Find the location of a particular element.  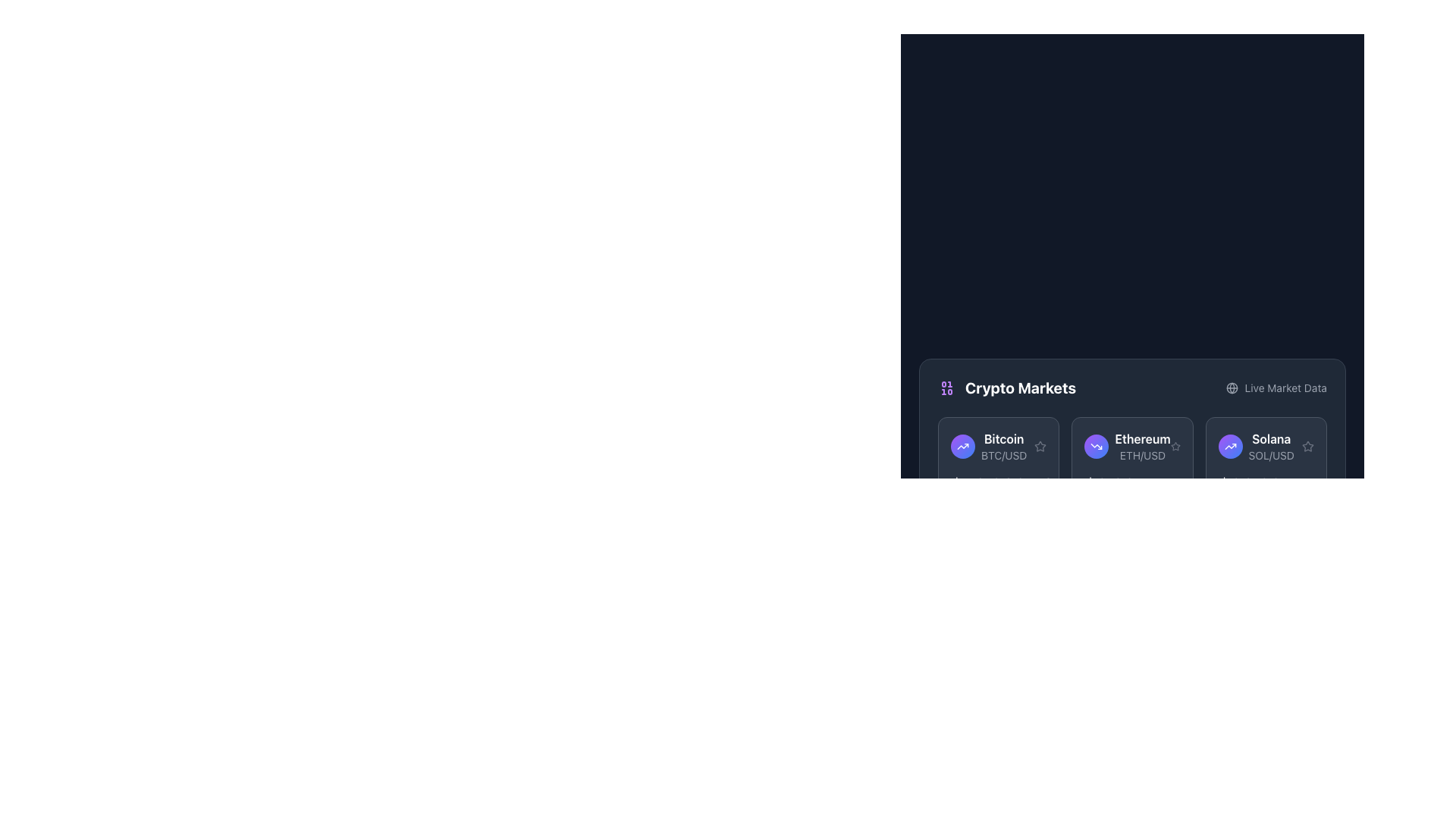

the header label in the 'Crypto Markets' section, which indicates the content or functionality of the related section, positioned next to an icon and other content is located at coordinates (1020, 388).